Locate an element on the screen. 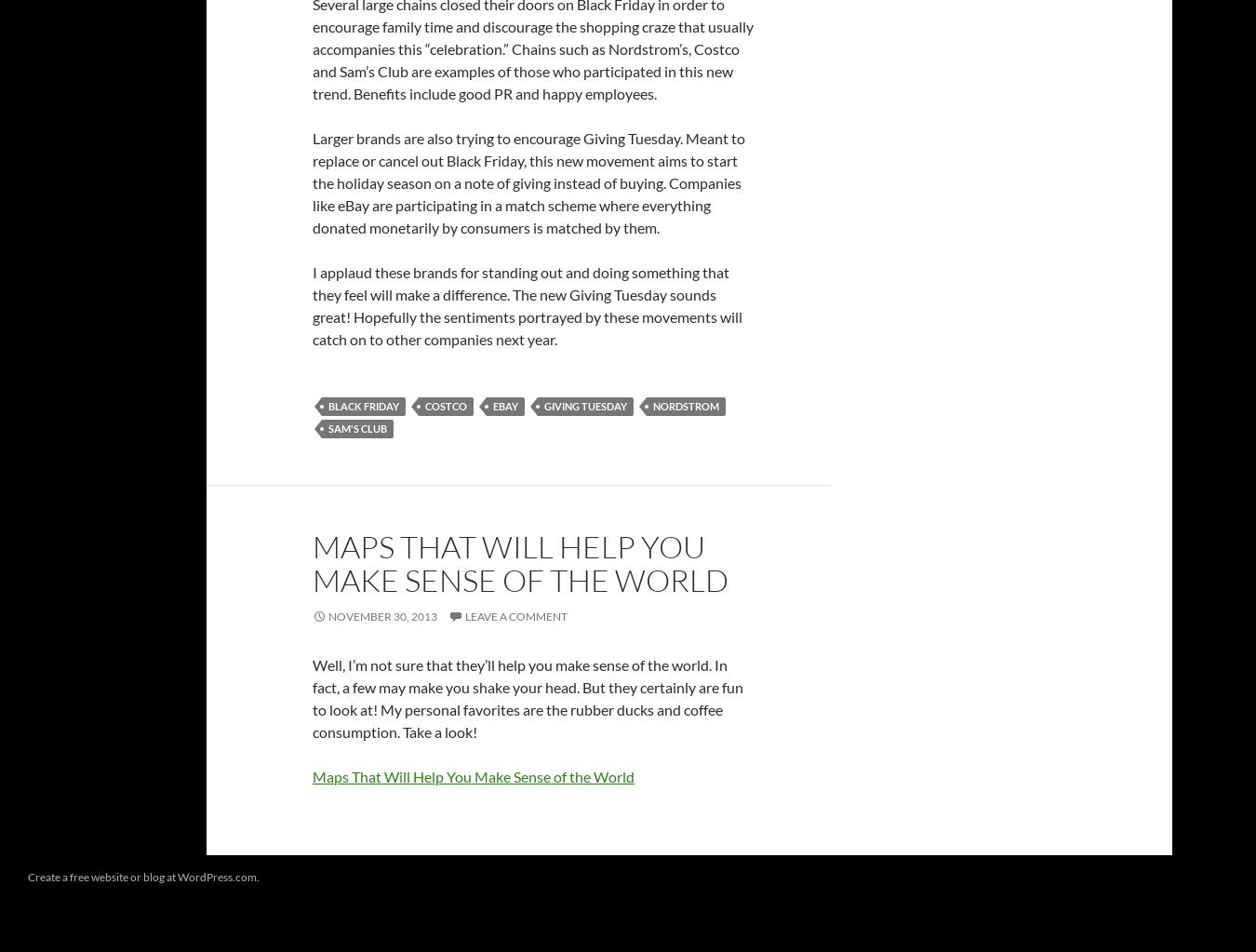 The height and width of the screenshot is (952, 1256). 'eBay' is located at coordinates (504, 405).